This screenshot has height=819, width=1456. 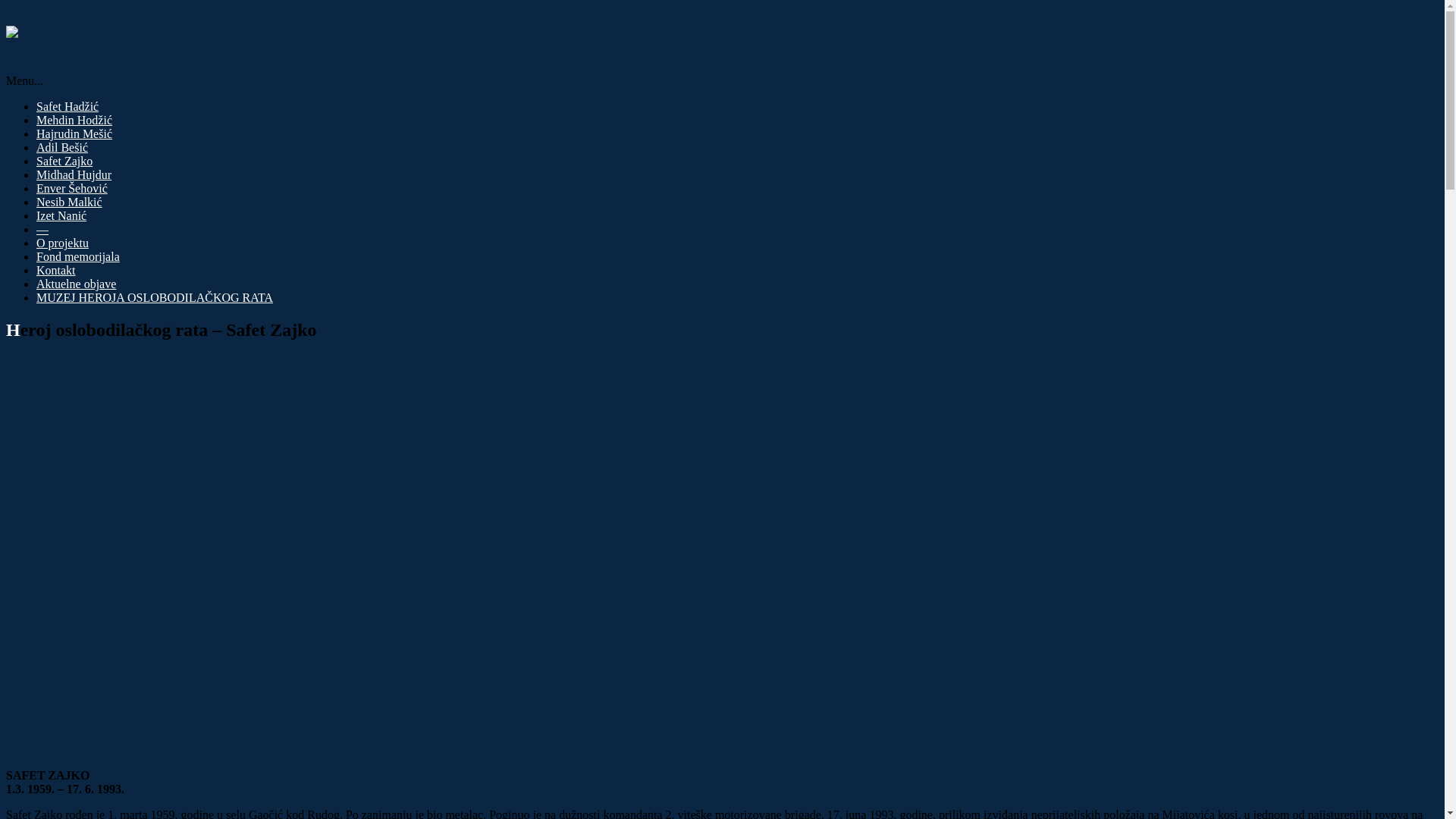 What do you see at coordinates (64, 161) in the screenshot?
I see `'Safet Zajko'` at bounding box center [64, 161].